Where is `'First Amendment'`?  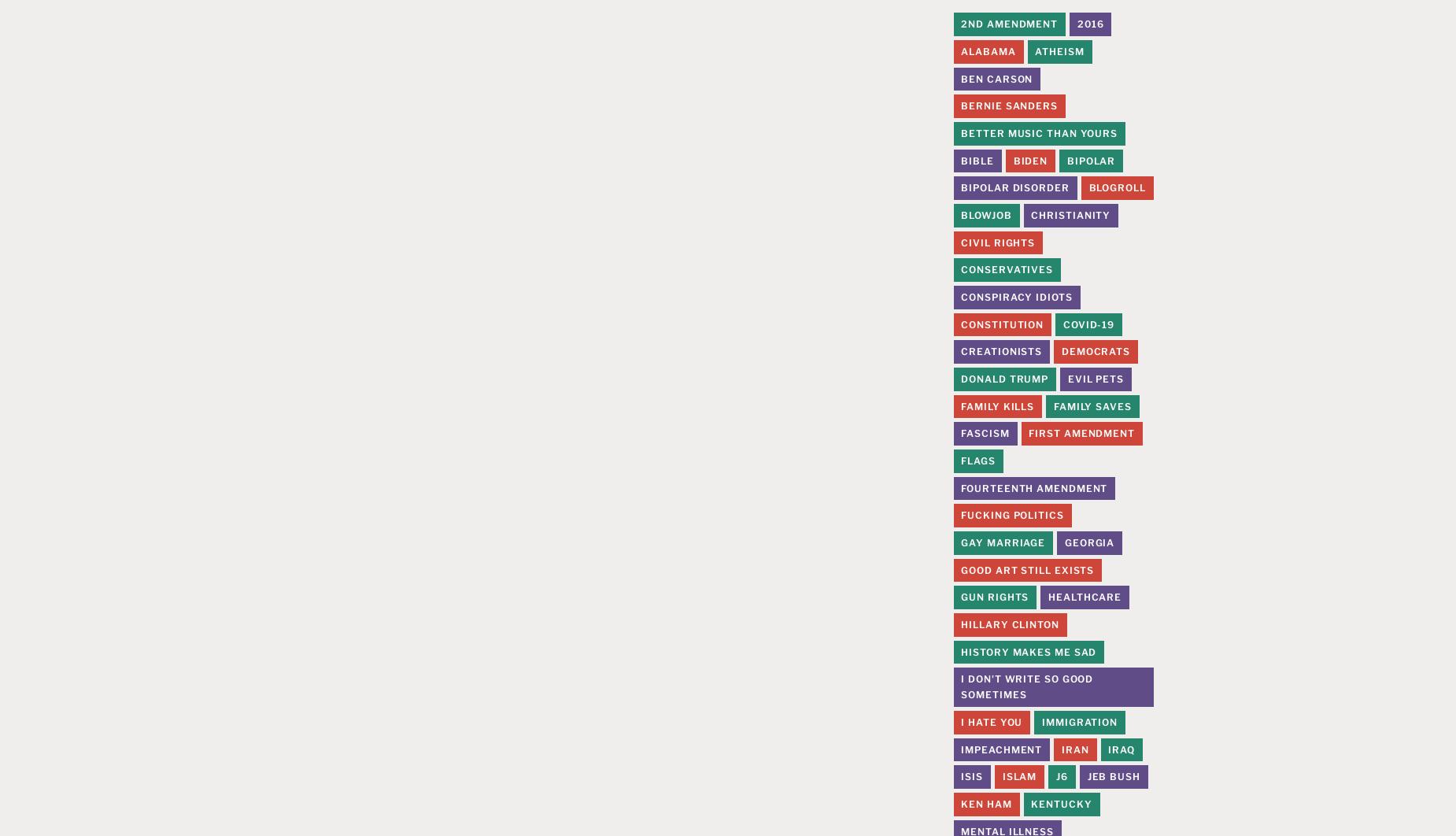
'First Amendment' is located at coordinates (1080, 433).